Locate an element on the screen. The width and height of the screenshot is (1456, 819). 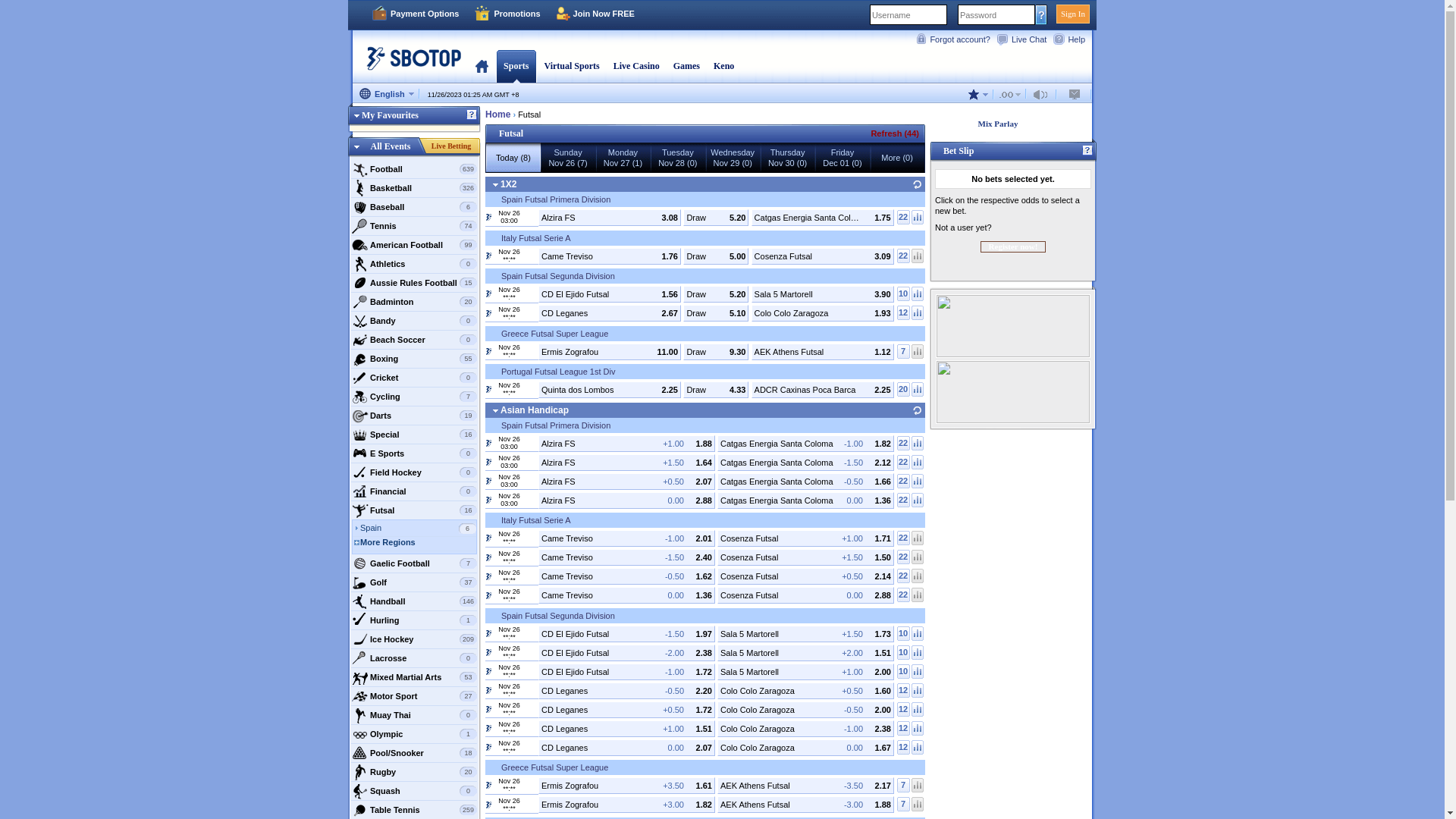
'No statistics available' is located at coordinates (916, 803).